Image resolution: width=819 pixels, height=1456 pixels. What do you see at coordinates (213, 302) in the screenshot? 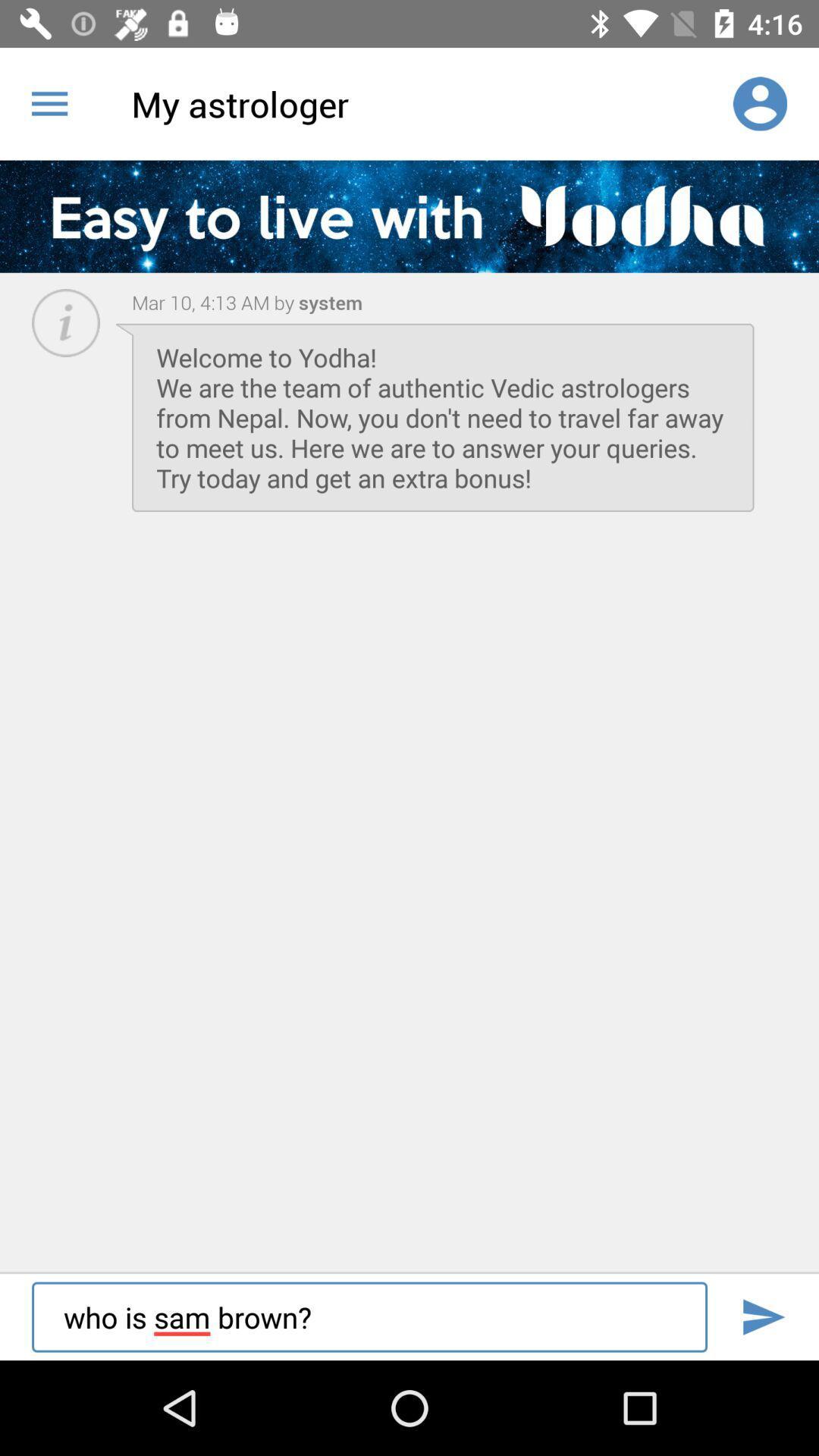
I see `mar 10 4` at bounding box center [213, 302].